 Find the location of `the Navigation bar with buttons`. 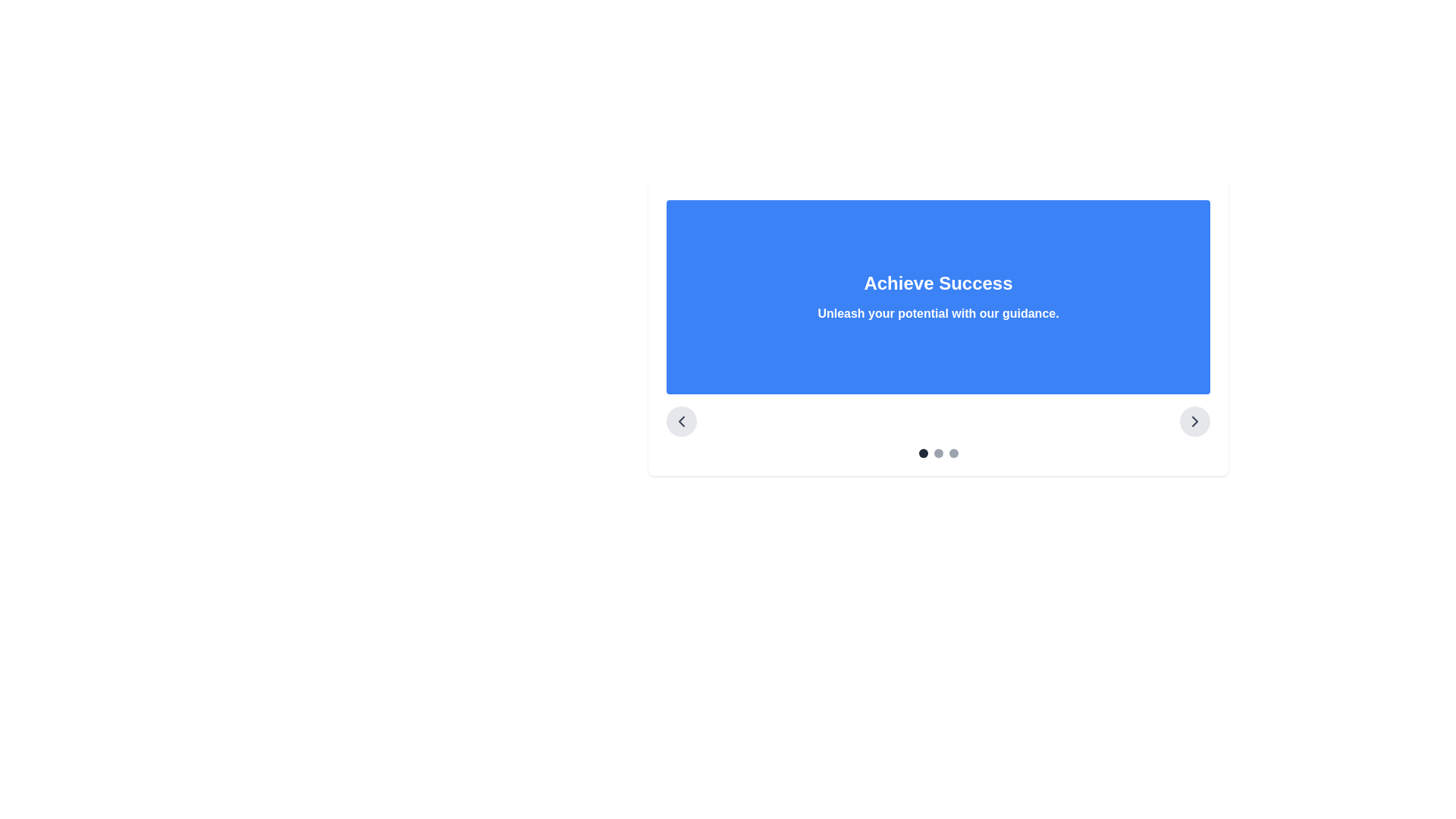

the Navigation bar with buttons is located at coordinates (937, 421).